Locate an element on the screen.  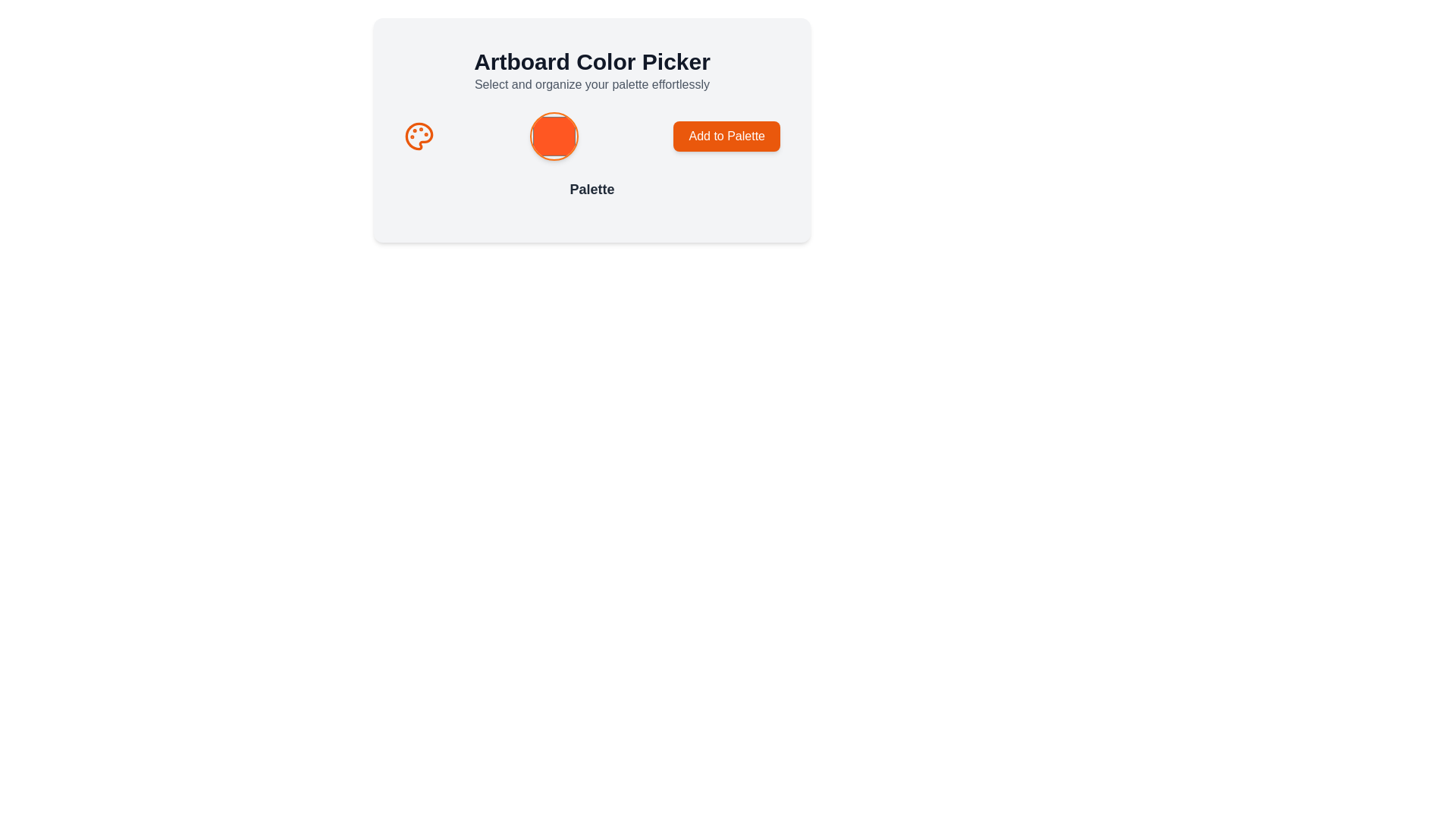
the informational text label located below the 'Artboard Color Picker' title, which describes the functionality or purpose of the associated content is located at coordinates (591, 84).